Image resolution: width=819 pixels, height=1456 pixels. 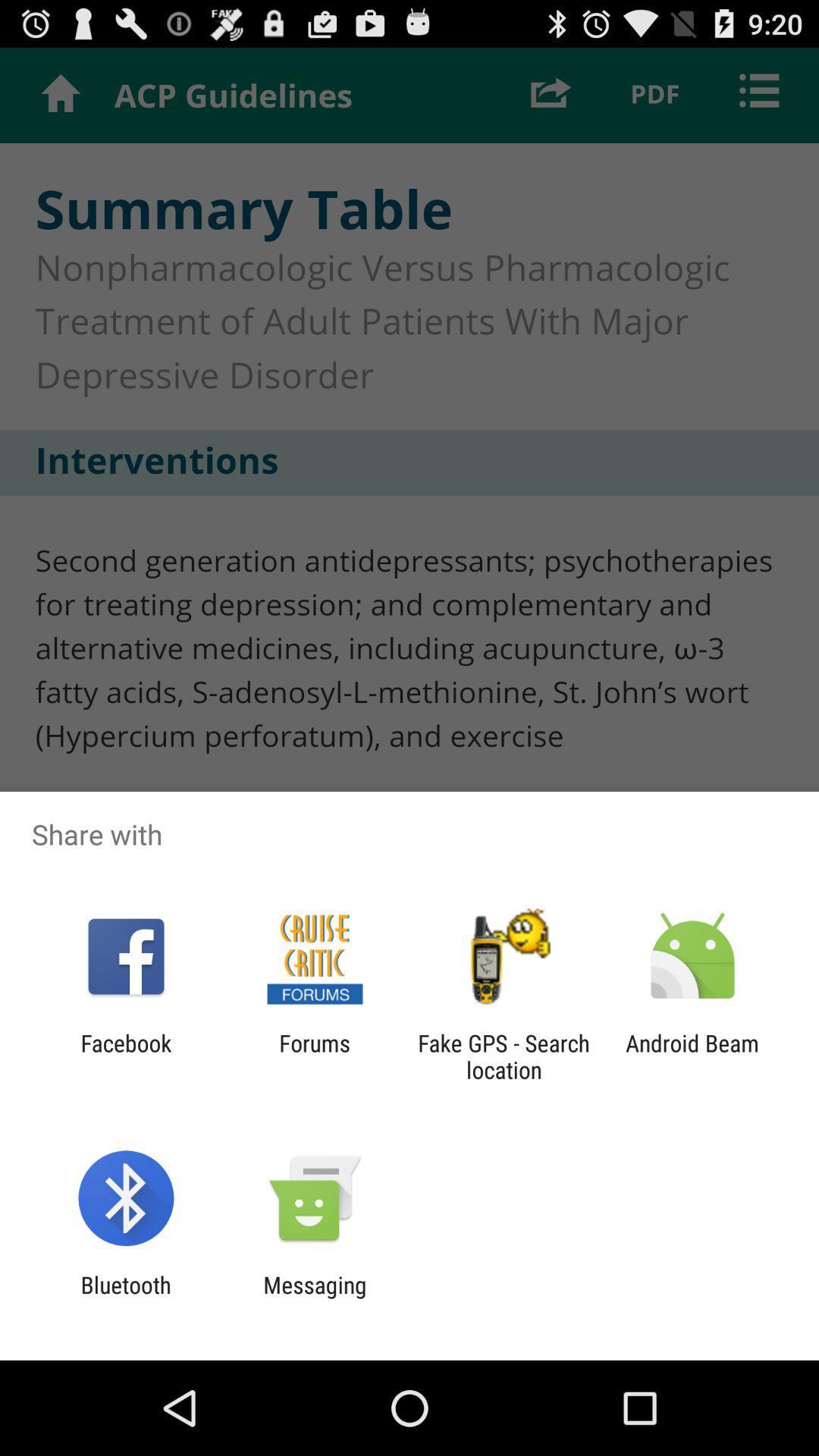 What do you see at coordinates (314, 1298) in the screenshot?
I see `the messaging app` at bounding box center [314, 1298].